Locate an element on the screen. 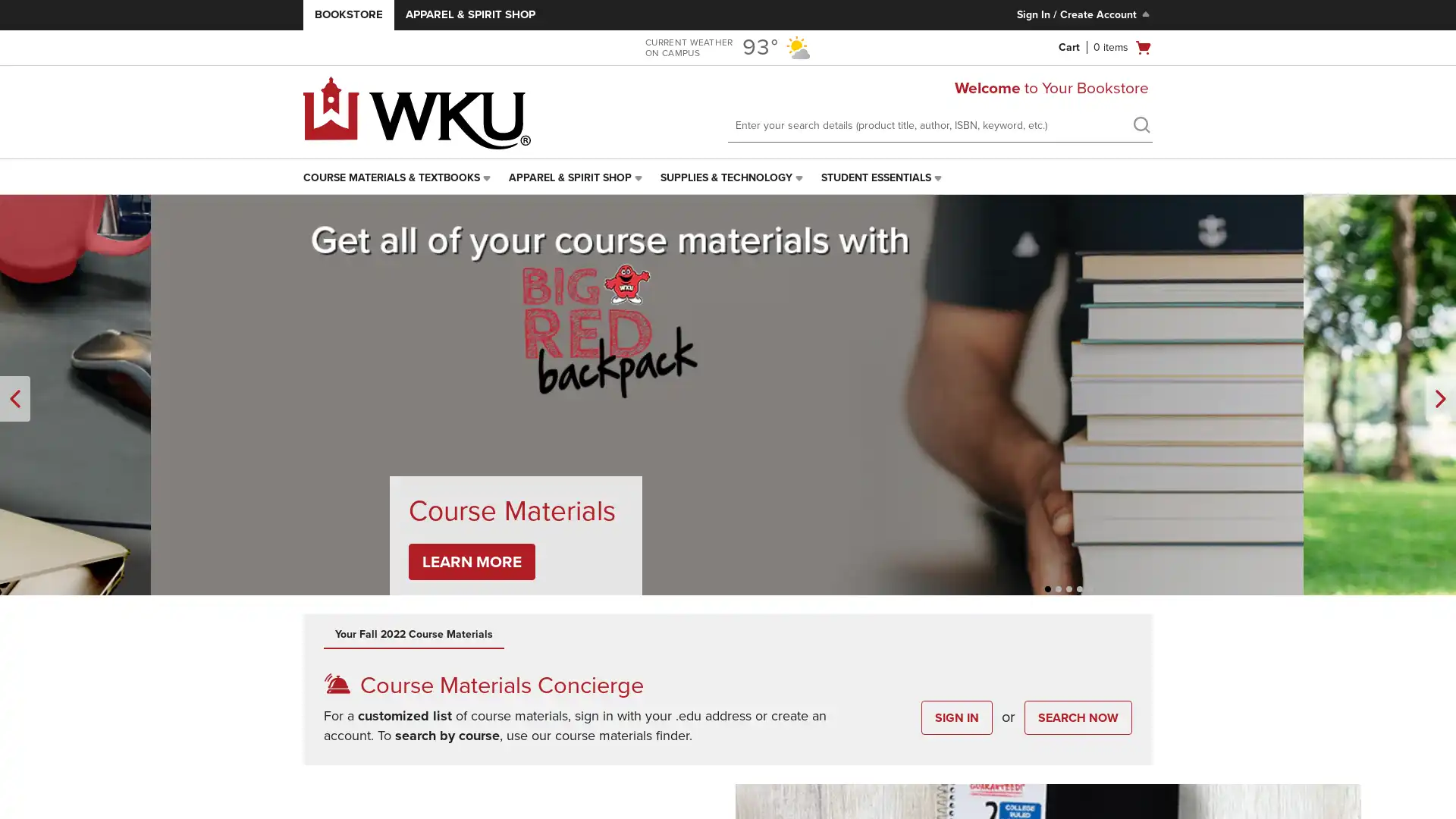  SIGN IN is located at coordinates (956, 717).